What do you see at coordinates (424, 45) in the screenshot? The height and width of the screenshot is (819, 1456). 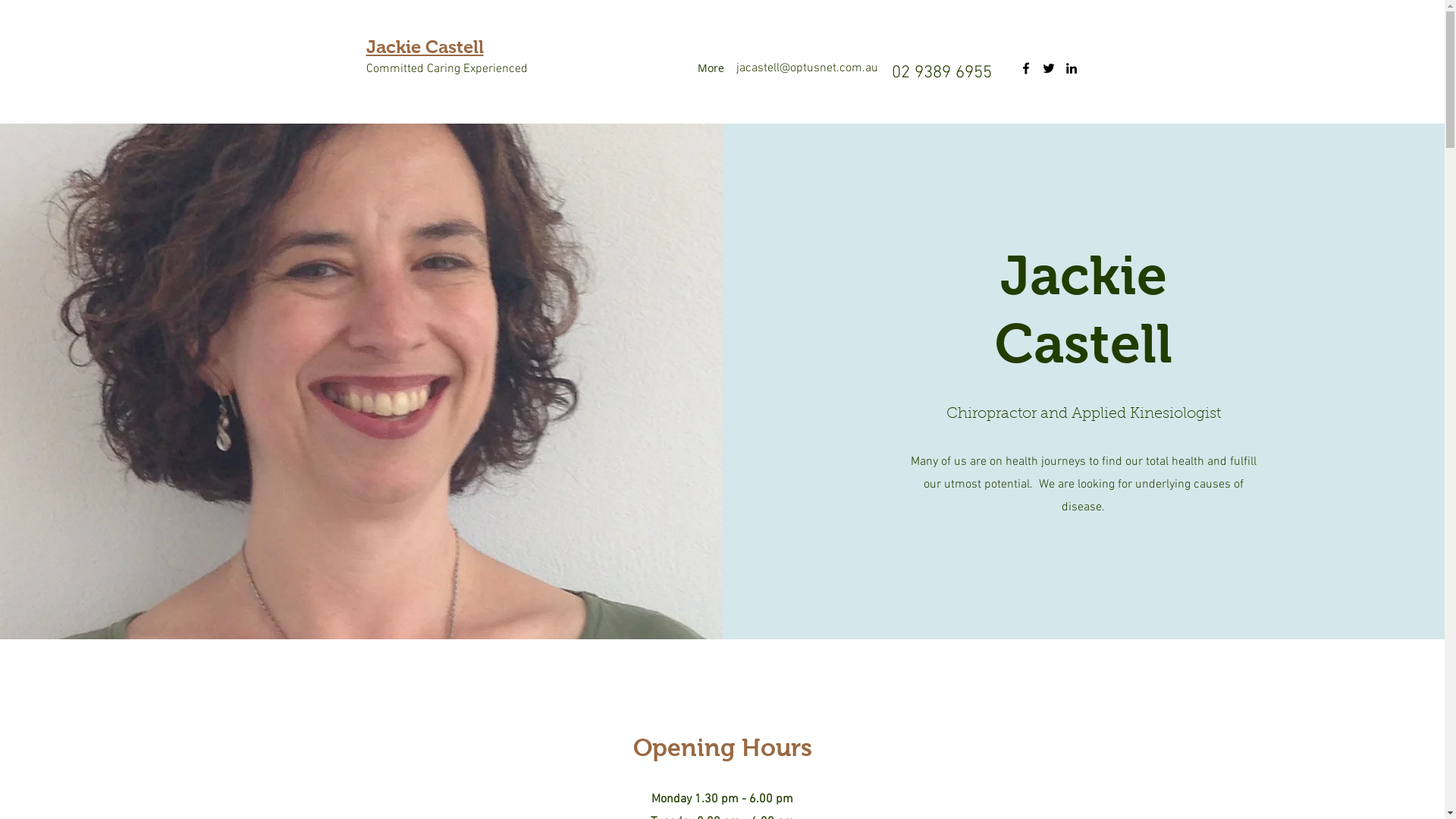 I see `'Jackie Castell'` at bounding box center [424, 45].